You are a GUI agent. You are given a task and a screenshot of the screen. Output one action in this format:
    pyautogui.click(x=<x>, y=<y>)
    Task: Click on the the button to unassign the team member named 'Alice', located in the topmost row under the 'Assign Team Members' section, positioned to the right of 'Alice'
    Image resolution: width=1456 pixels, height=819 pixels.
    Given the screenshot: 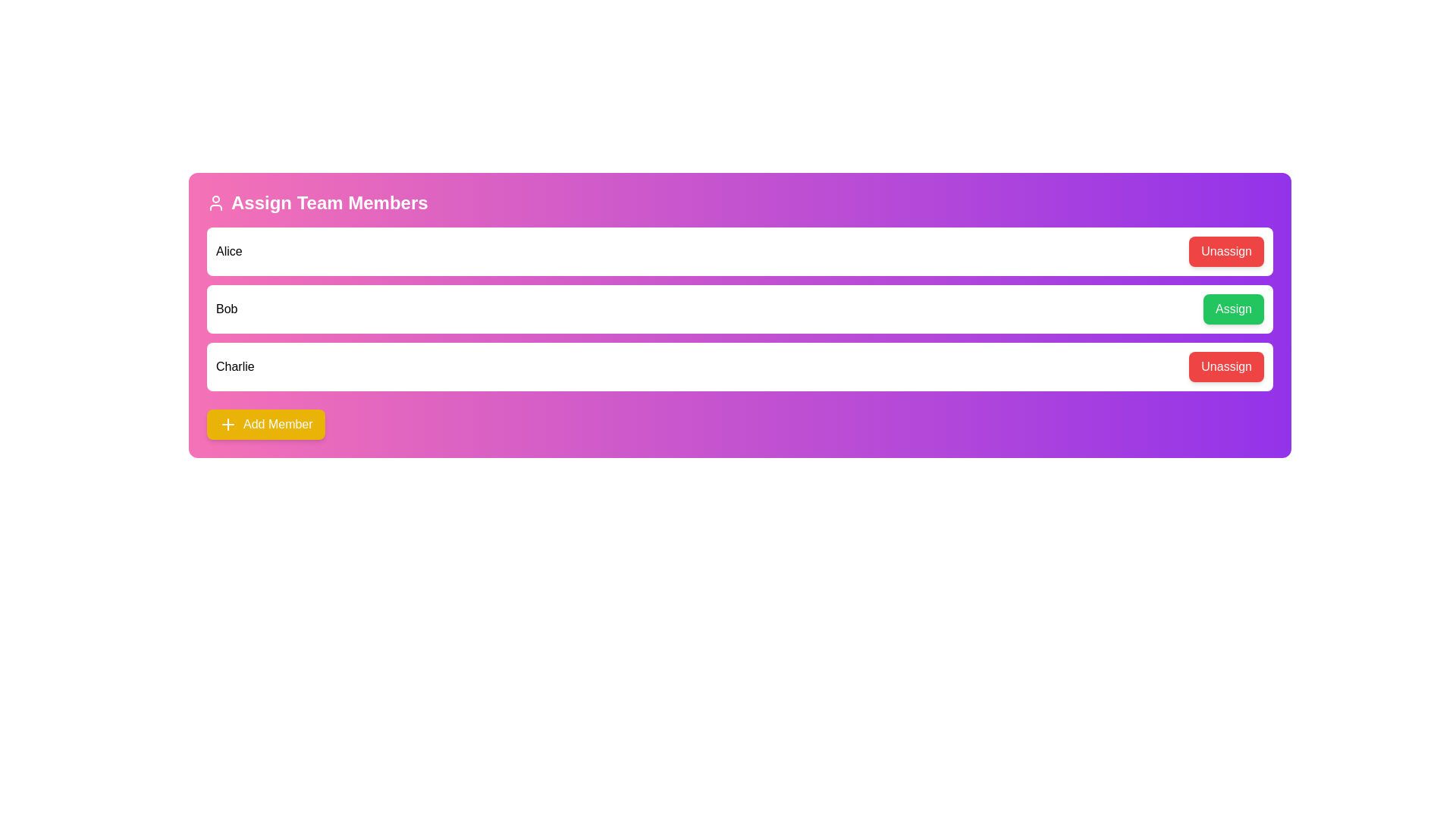 What is the action you would take?
    pyautogui.click(x=1226, y=250)
    